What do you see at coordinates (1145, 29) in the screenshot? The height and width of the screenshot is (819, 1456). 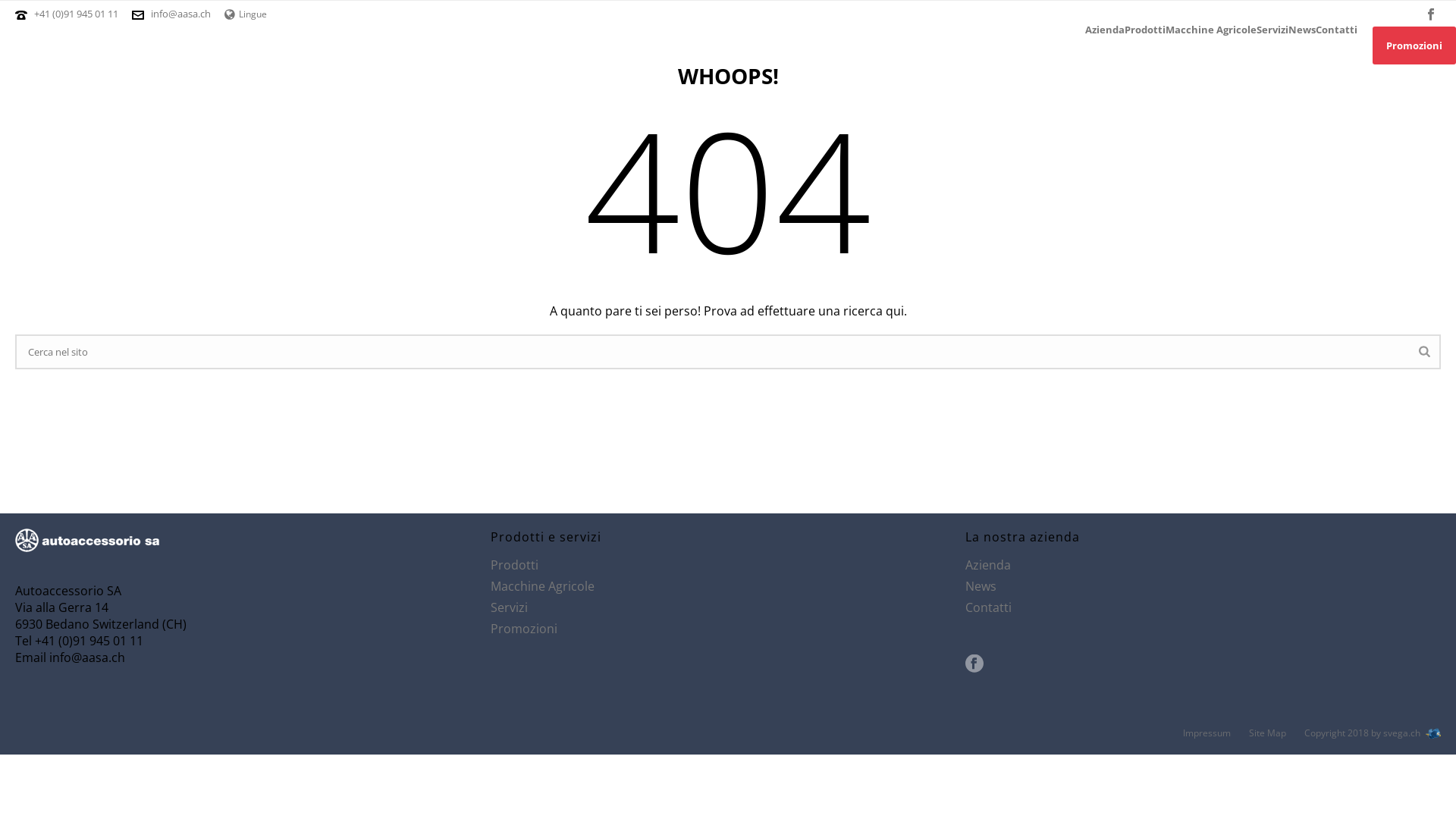 I see `'Prodotti'` at bounding box center [1145, 29].